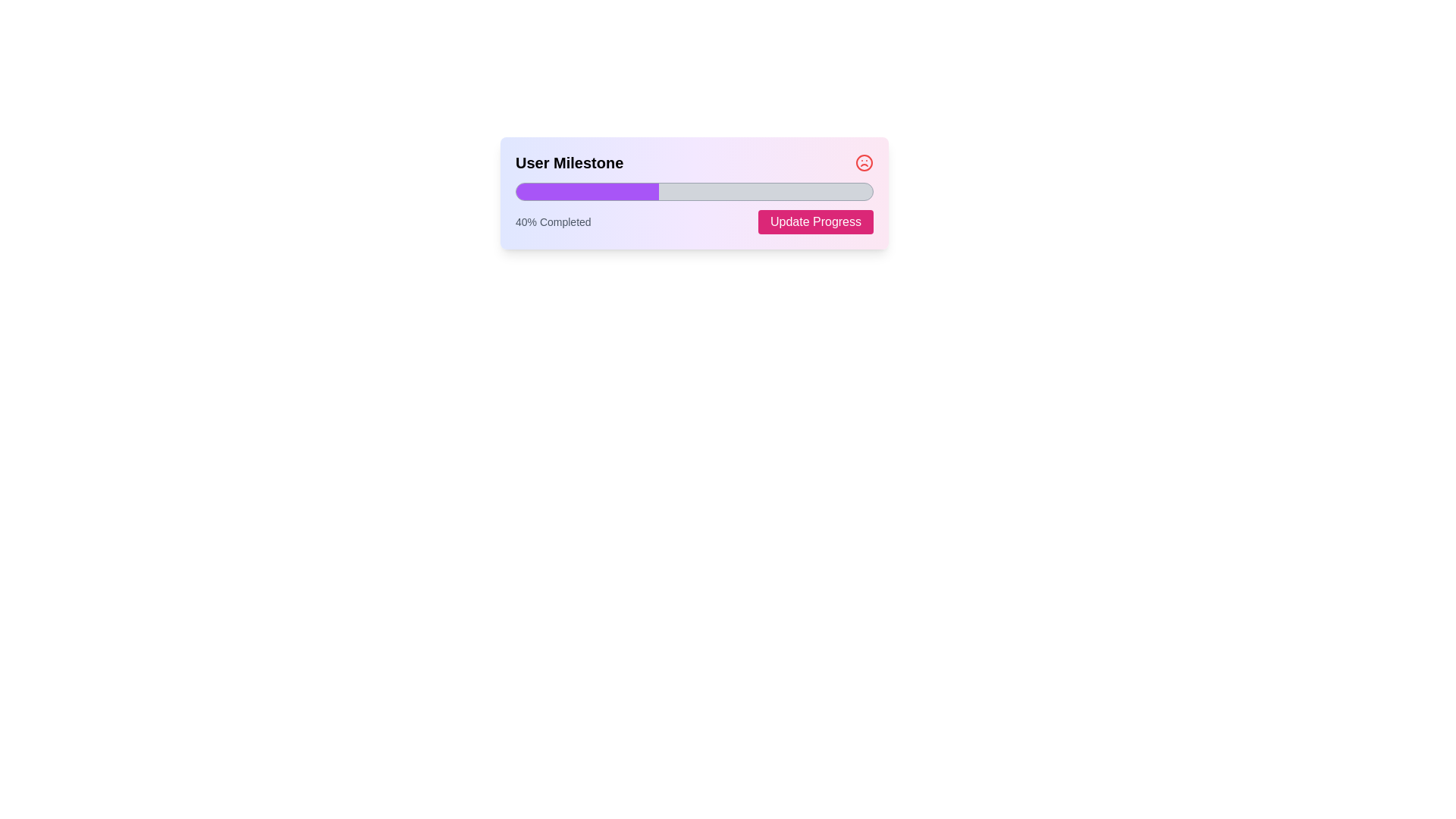 The image size is (1456, 819). Describe the element at coordinates (694, 191) in the screenshot. I see `the progress bar that visually indicates the completion percentage of a task, positioned between the header 'User Milestone' and the '40% Completed' text along with the 'Update Progress' button below` at that location.